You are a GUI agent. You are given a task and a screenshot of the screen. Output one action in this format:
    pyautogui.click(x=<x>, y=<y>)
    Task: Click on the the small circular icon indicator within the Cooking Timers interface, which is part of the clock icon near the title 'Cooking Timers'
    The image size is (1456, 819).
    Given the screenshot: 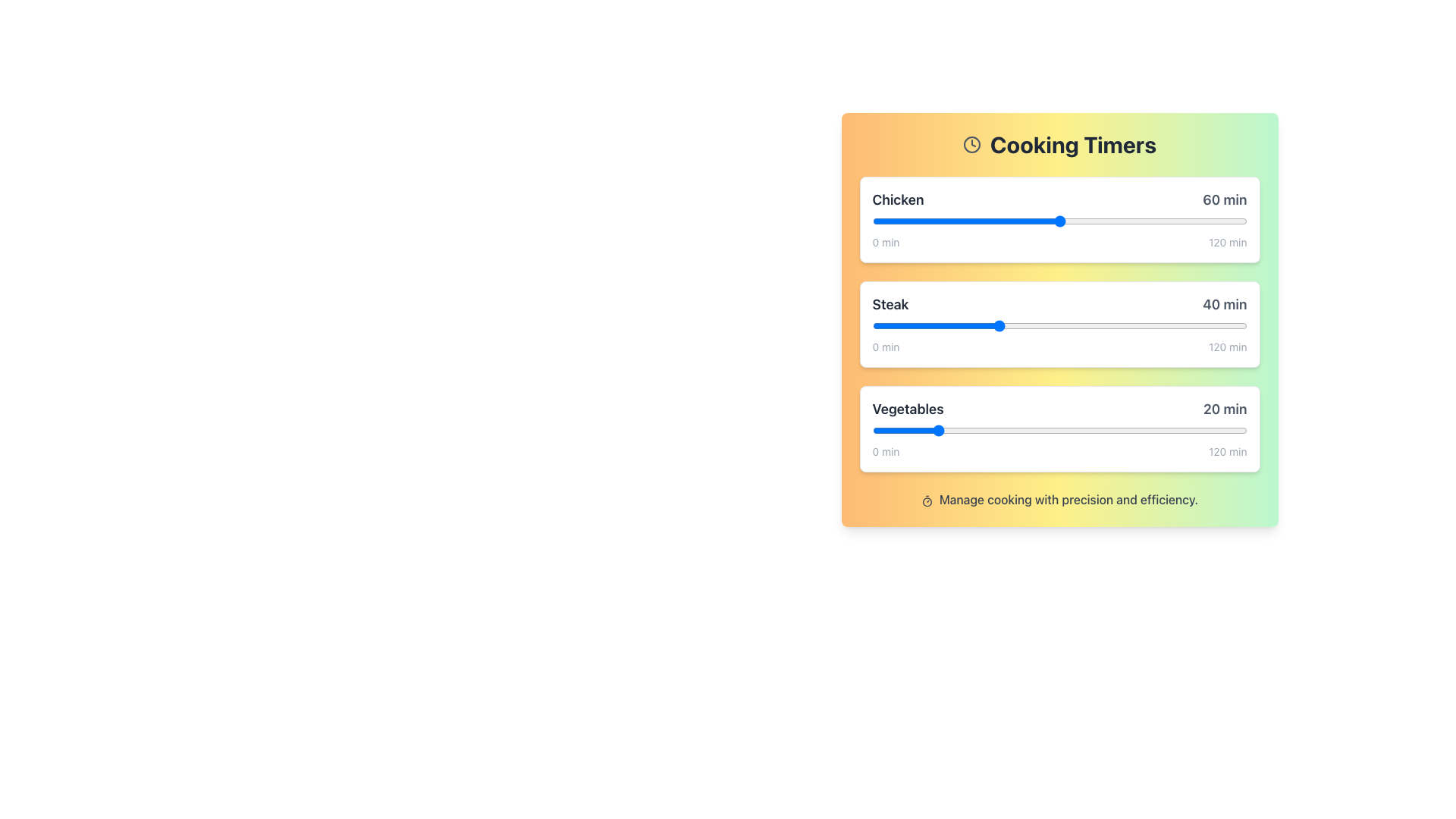 What is the action you would take?
    pyautogui.click(x=926, y=502)
    